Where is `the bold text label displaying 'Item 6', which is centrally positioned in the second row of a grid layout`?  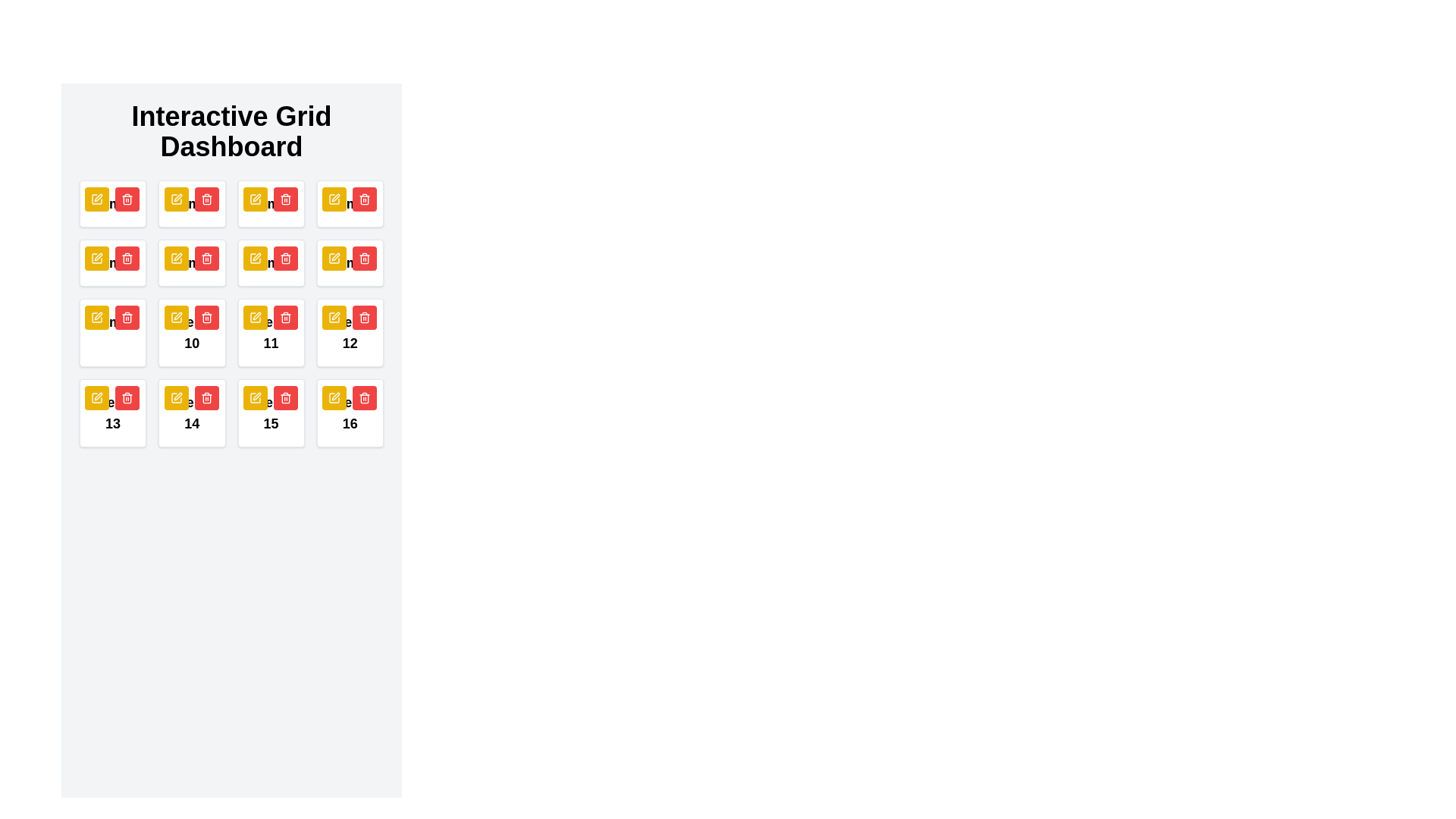
the bold text label displaying 'Item 6', which is centrally positioned in the second row of a grid layout is located at coordinates (191, 262).